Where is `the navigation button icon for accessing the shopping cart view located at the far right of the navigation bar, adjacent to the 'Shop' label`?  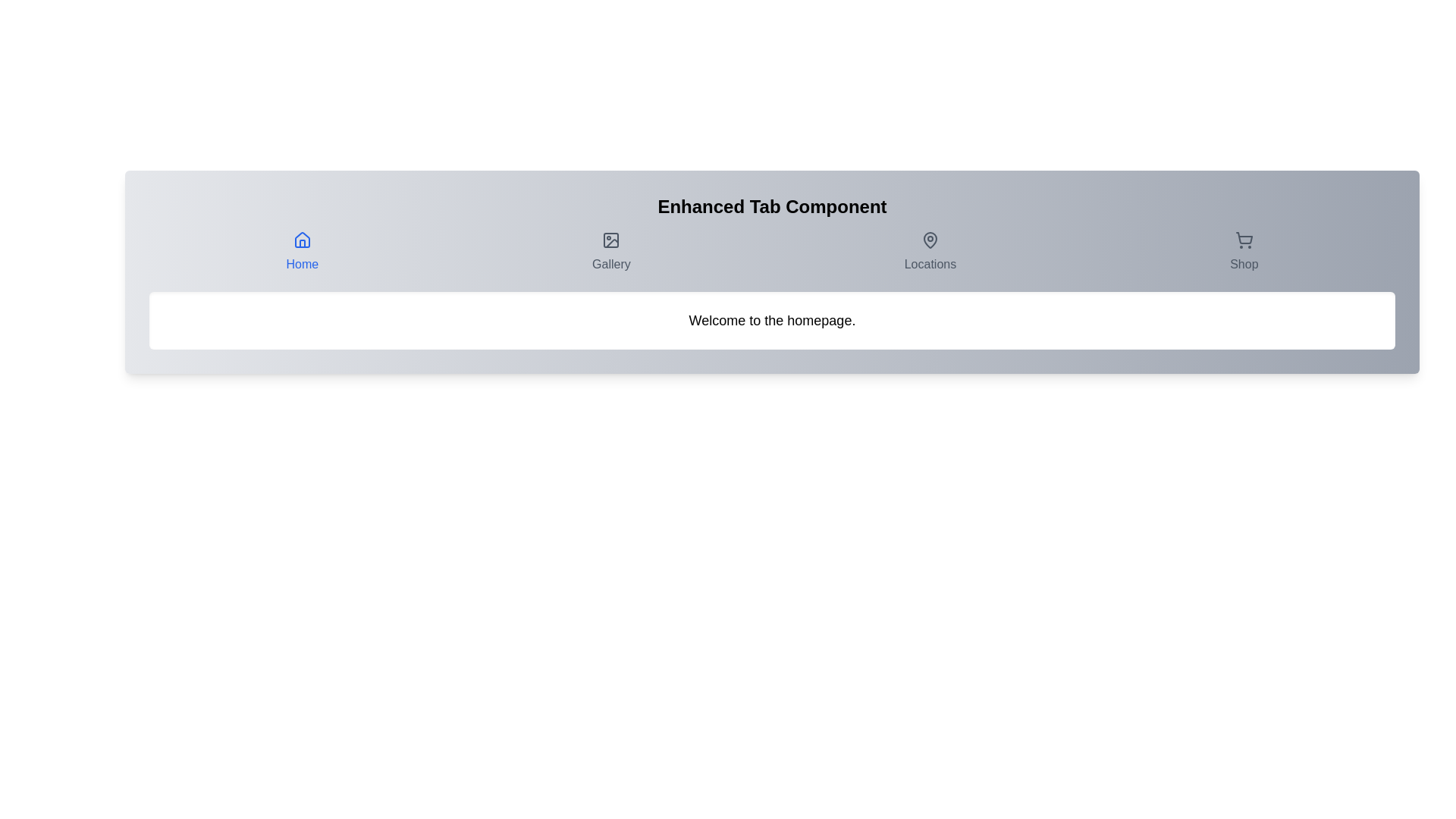 the navigation button icon for accessing the shopping cart view located at the far right of the navigation bar, adjacent to the 'Shop' label is located at coordinates (1244, 238).